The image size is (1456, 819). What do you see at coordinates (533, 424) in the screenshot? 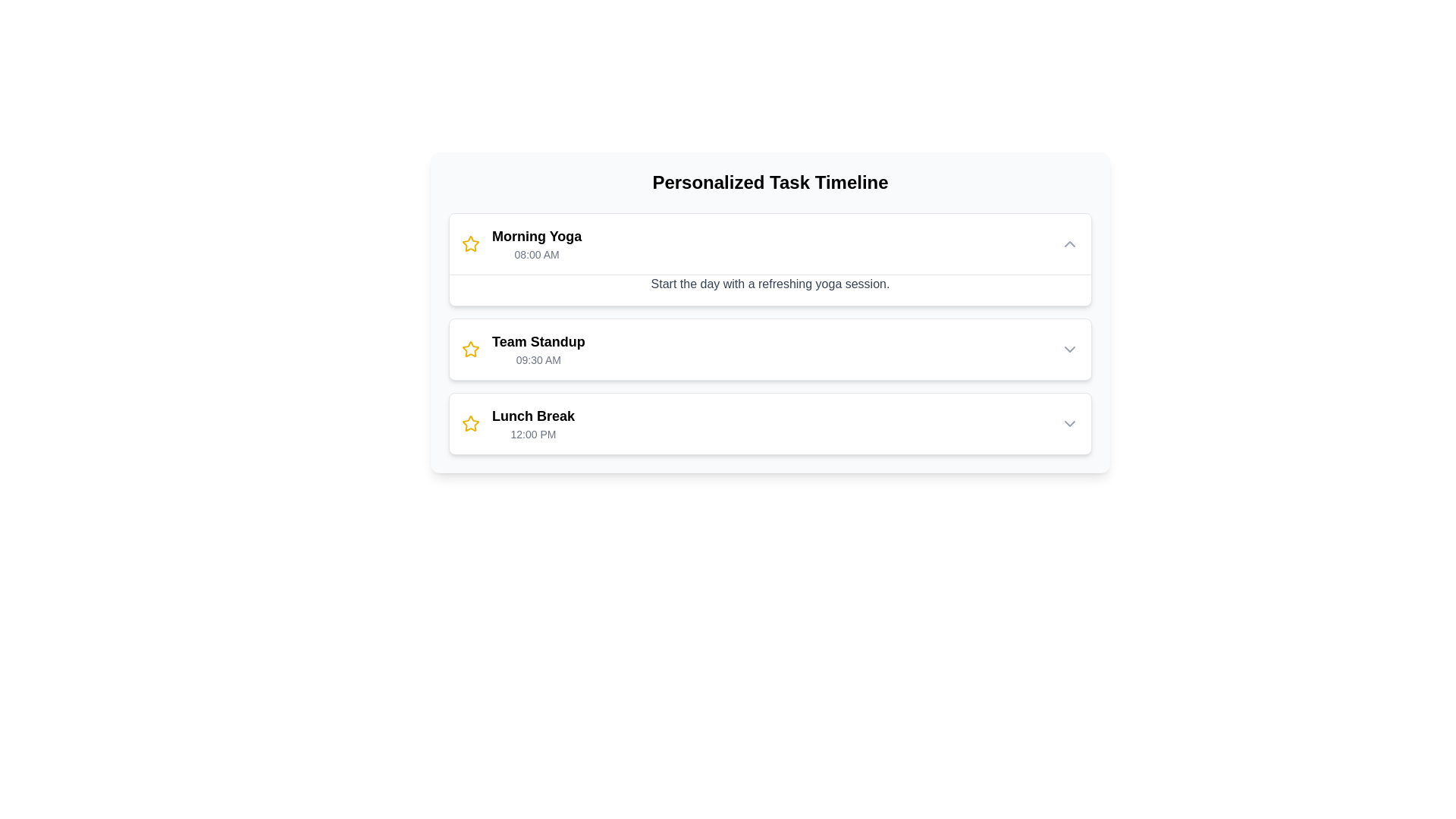
I see `text content displayed in the 'Lunch Break' text block, which shows 'Lunch Break' in bold and '12:00 PM' in gray, located at the bottom of the task list` at bounding box center [533, 424].